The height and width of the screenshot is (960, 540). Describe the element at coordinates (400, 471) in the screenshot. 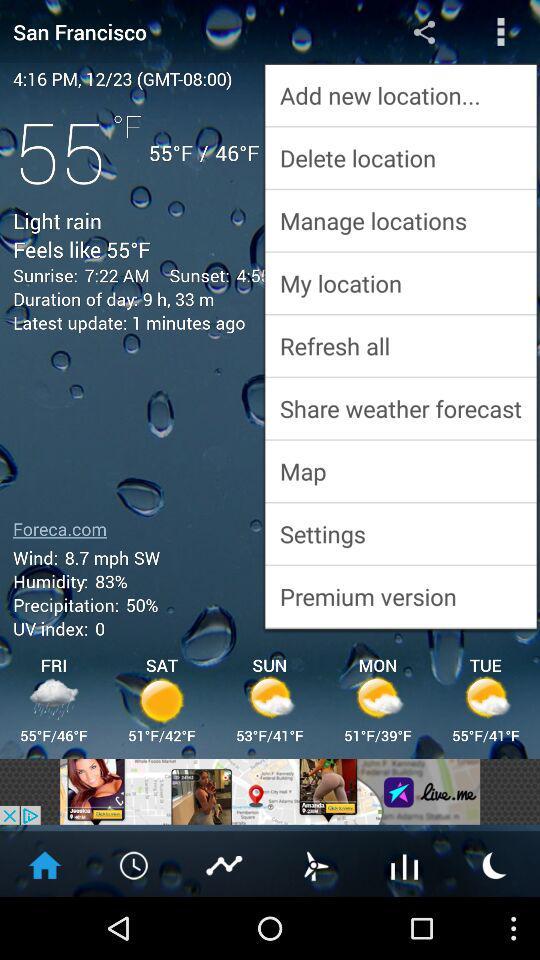

I see `map` at that location.